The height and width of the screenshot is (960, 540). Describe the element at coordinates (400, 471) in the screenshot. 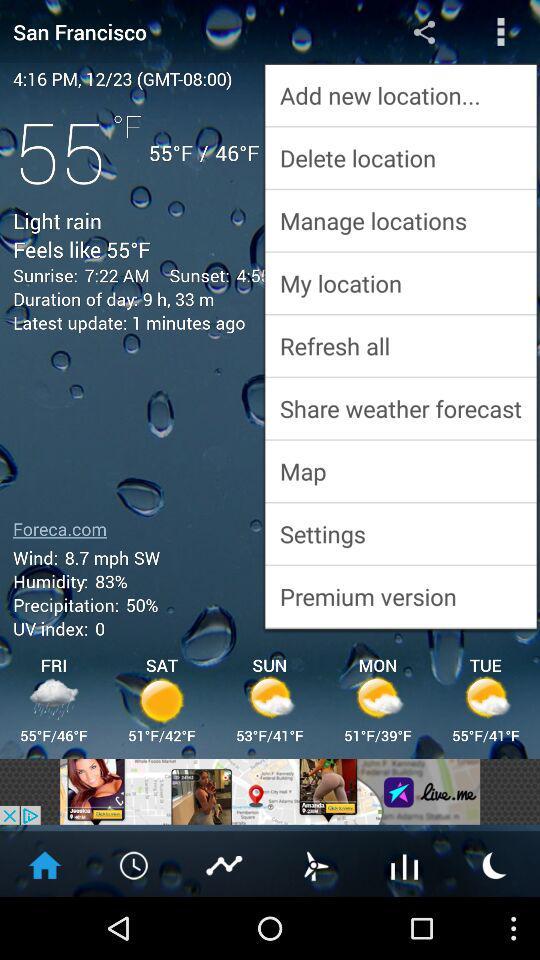

I see `map` at that location.